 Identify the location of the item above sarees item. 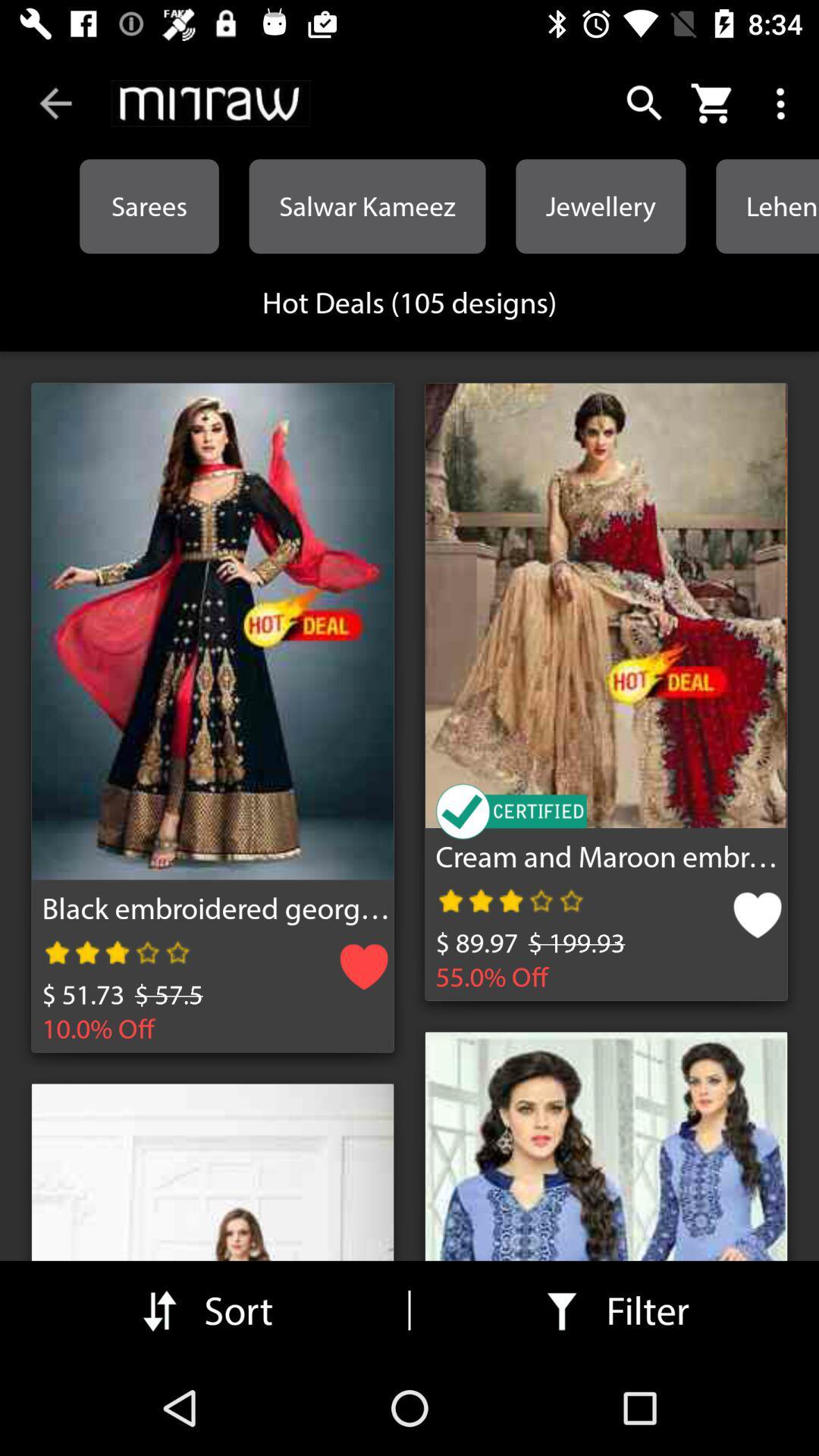
(211, 102).